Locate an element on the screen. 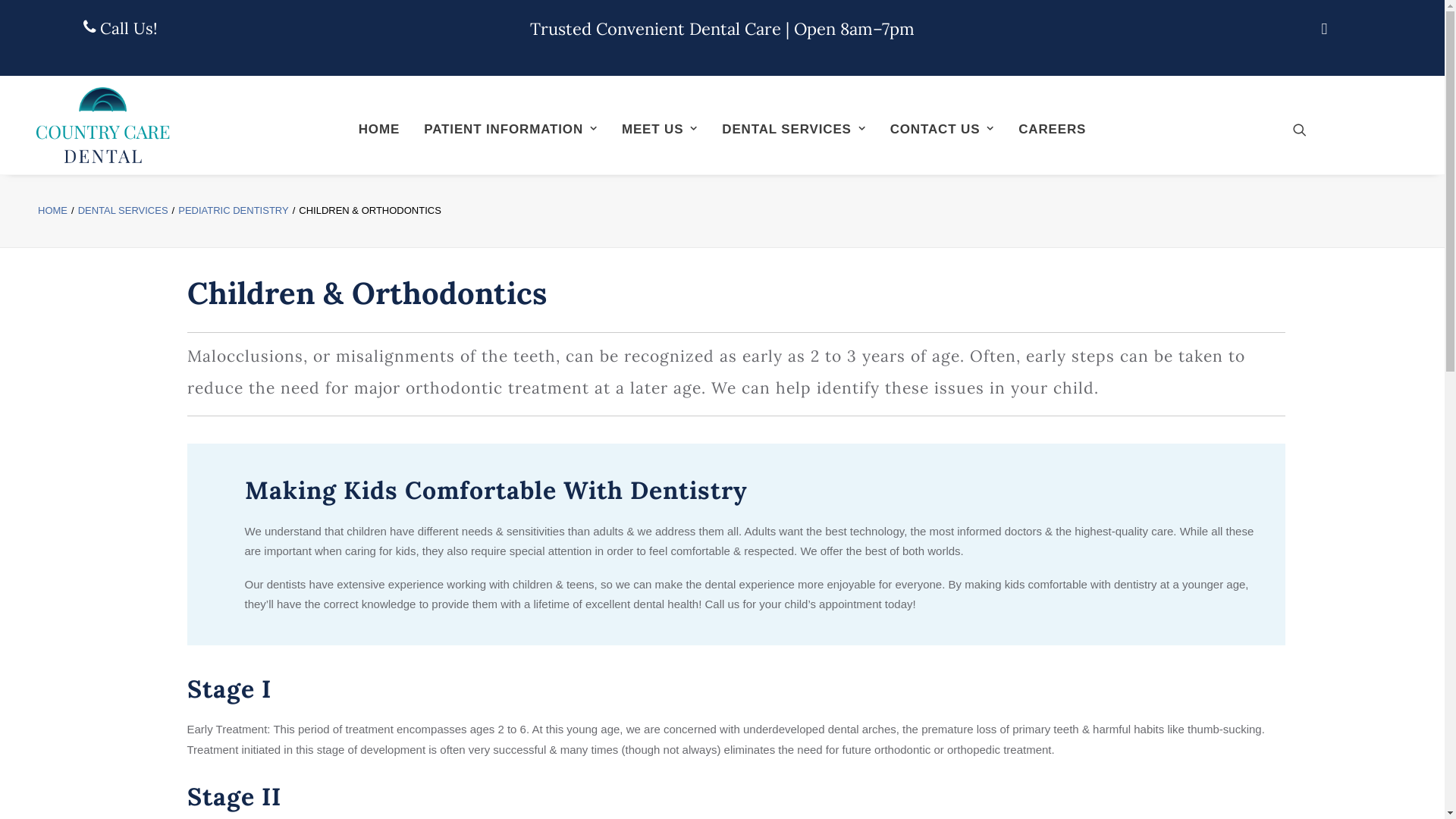 This screenshot has height=819, width=1456. 'CAREERS' is located at coordinates (1008, 127).